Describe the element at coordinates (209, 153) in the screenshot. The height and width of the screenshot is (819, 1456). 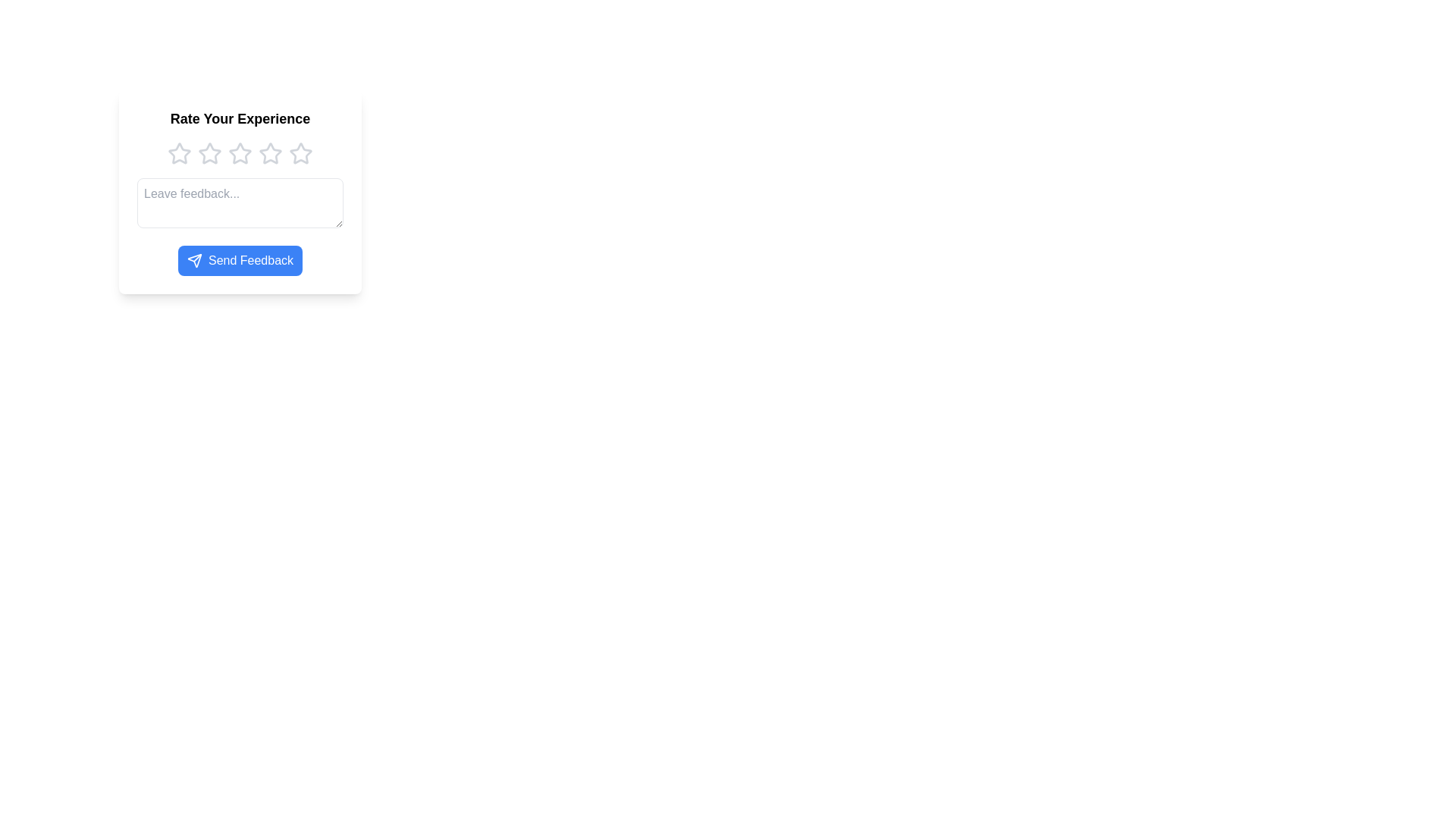
I see `the second interactive star icon in the rating widget to rate your experience` at that location.